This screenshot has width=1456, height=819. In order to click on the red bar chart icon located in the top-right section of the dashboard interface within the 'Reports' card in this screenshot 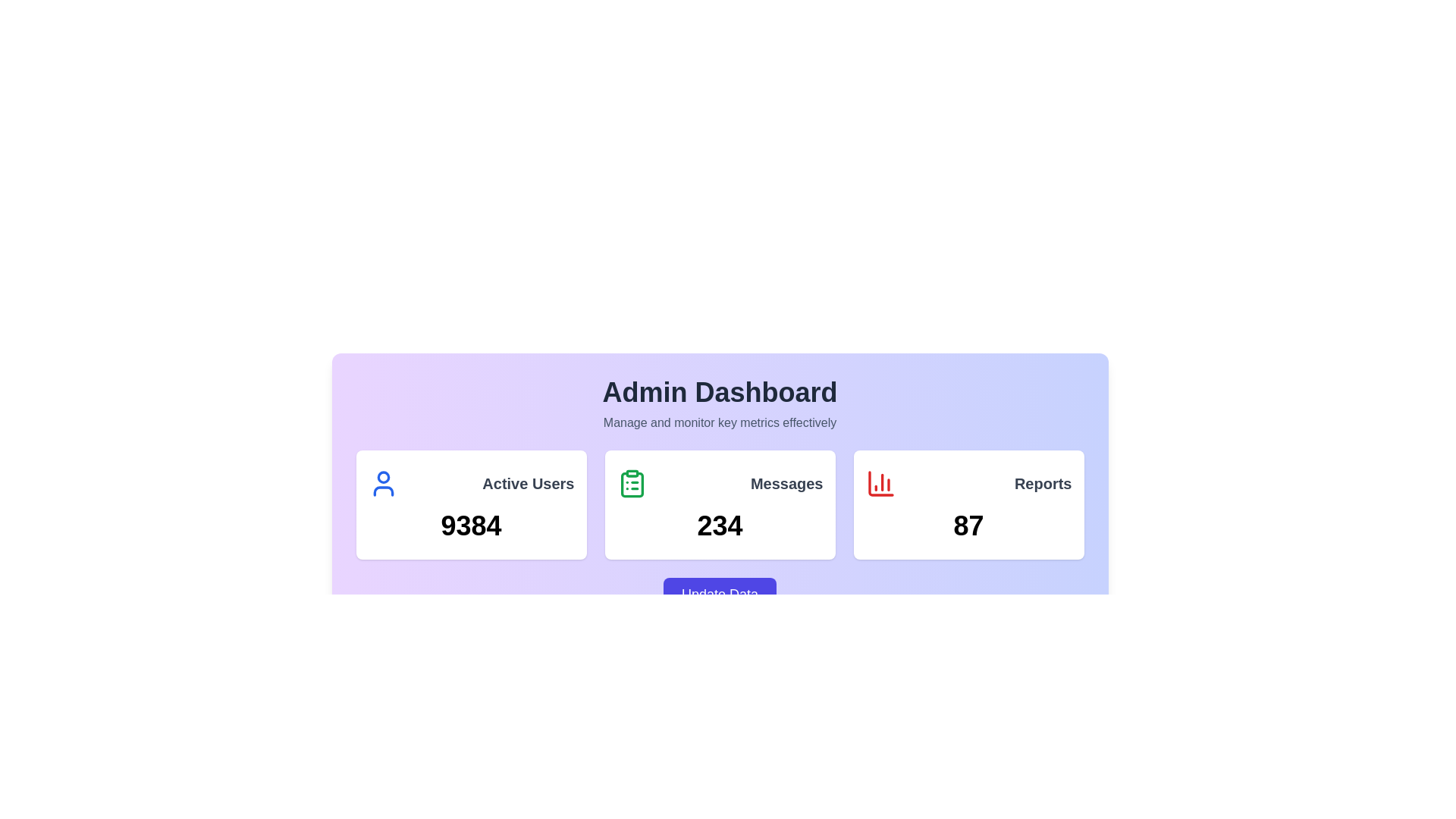, I will do `click(880, 483)`.